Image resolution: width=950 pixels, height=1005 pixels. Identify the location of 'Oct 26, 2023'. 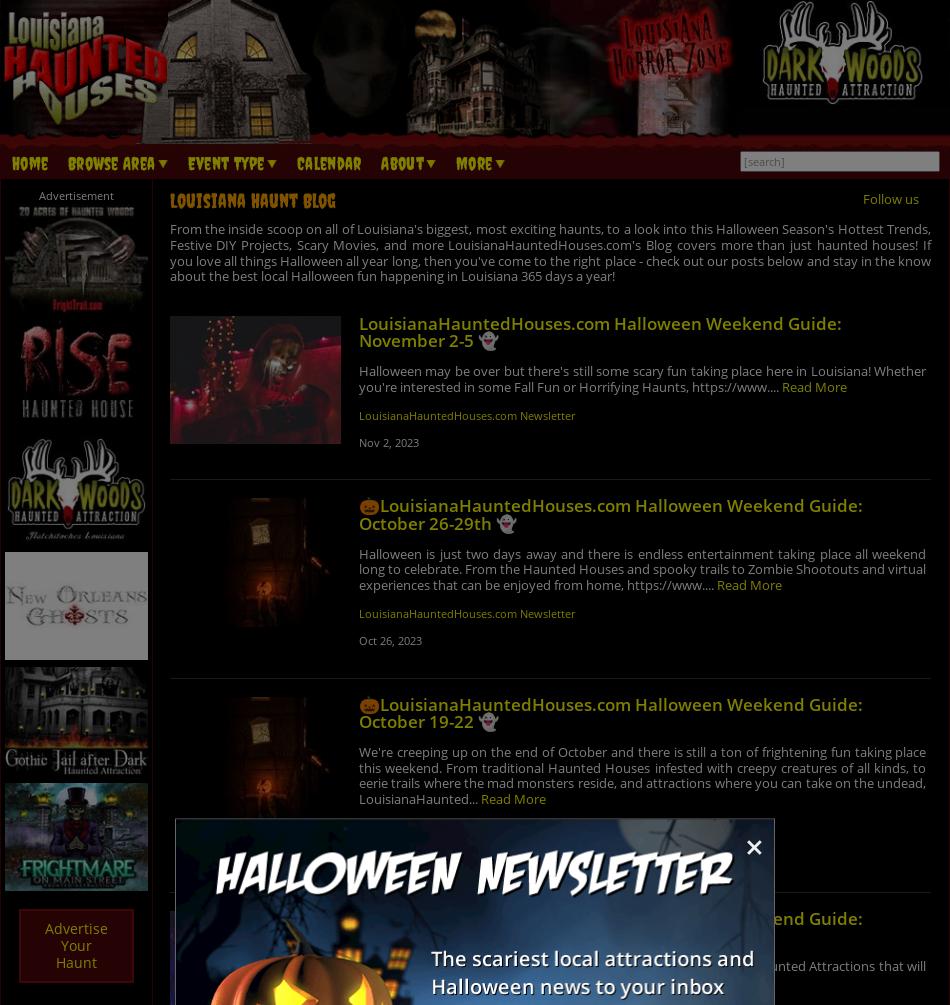
(388, 639).